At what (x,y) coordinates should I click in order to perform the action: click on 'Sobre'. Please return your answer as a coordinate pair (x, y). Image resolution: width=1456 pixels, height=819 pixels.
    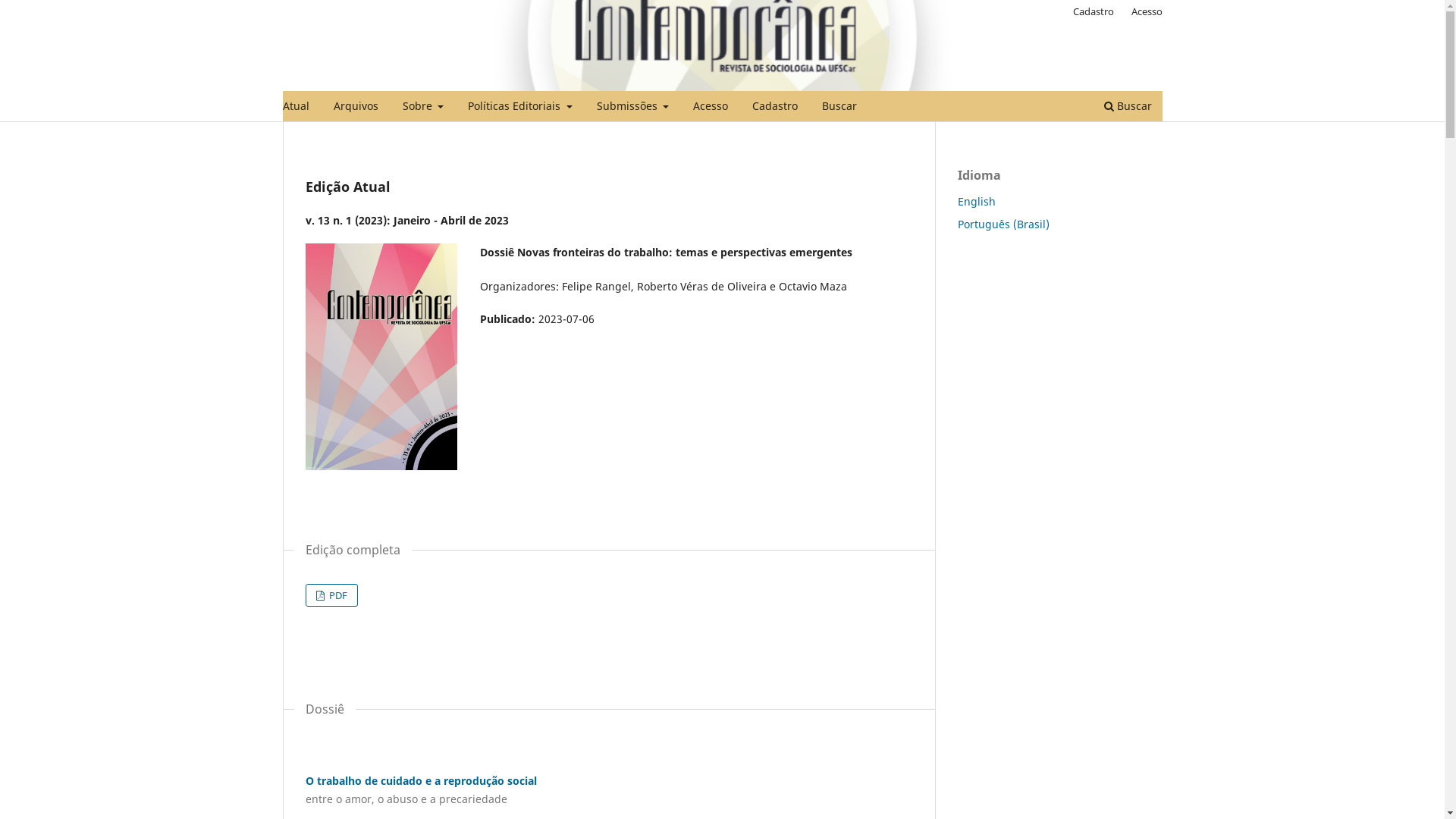
    Looking at the image, I should click on (397, 107).